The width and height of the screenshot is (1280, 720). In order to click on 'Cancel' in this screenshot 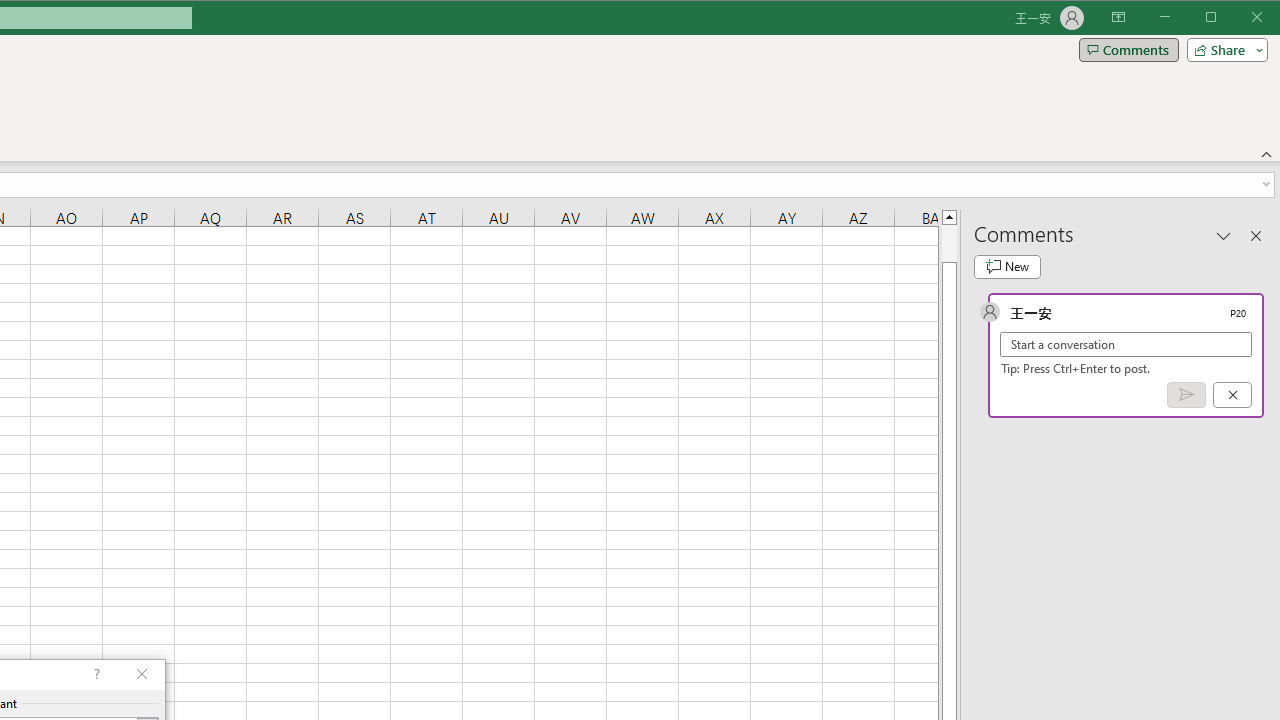, I will do `click(1231, 395)`.